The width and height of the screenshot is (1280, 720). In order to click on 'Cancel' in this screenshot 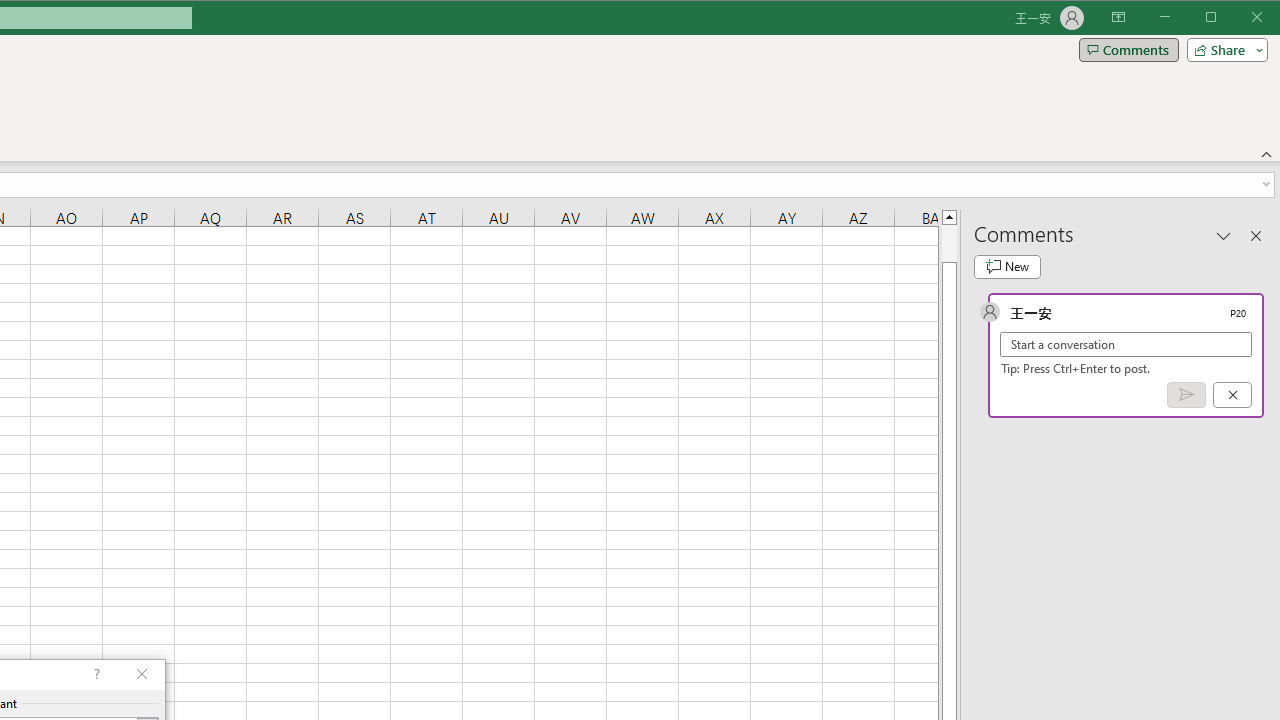, I will do `click(1231, 395)`.